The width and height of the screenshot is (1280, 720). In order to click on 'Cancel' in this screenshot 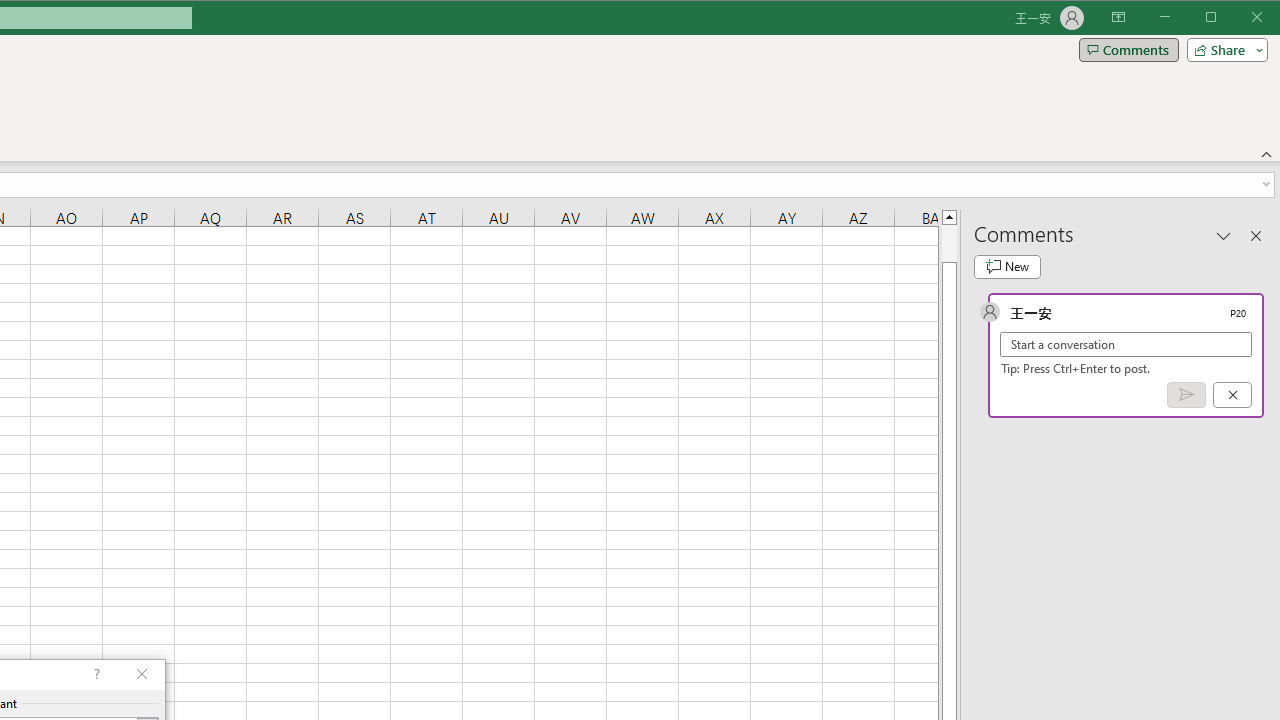, I will do `click(1231, 395)`.